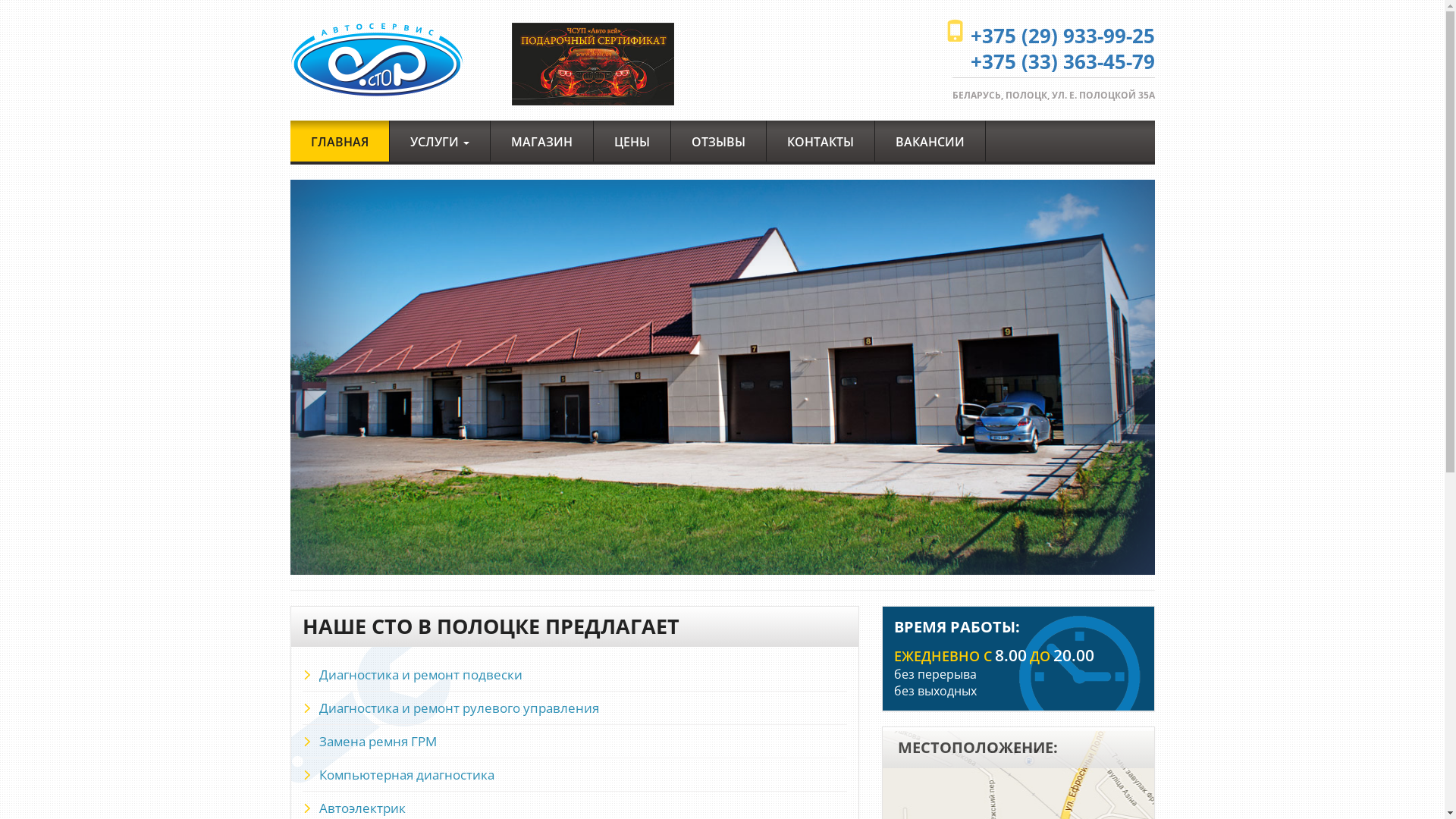  What do you see at coordinates (1062, 61) in the screenshot?
I see `'+375 (33) 363-45-79'` at bounding box center [1062, 61].